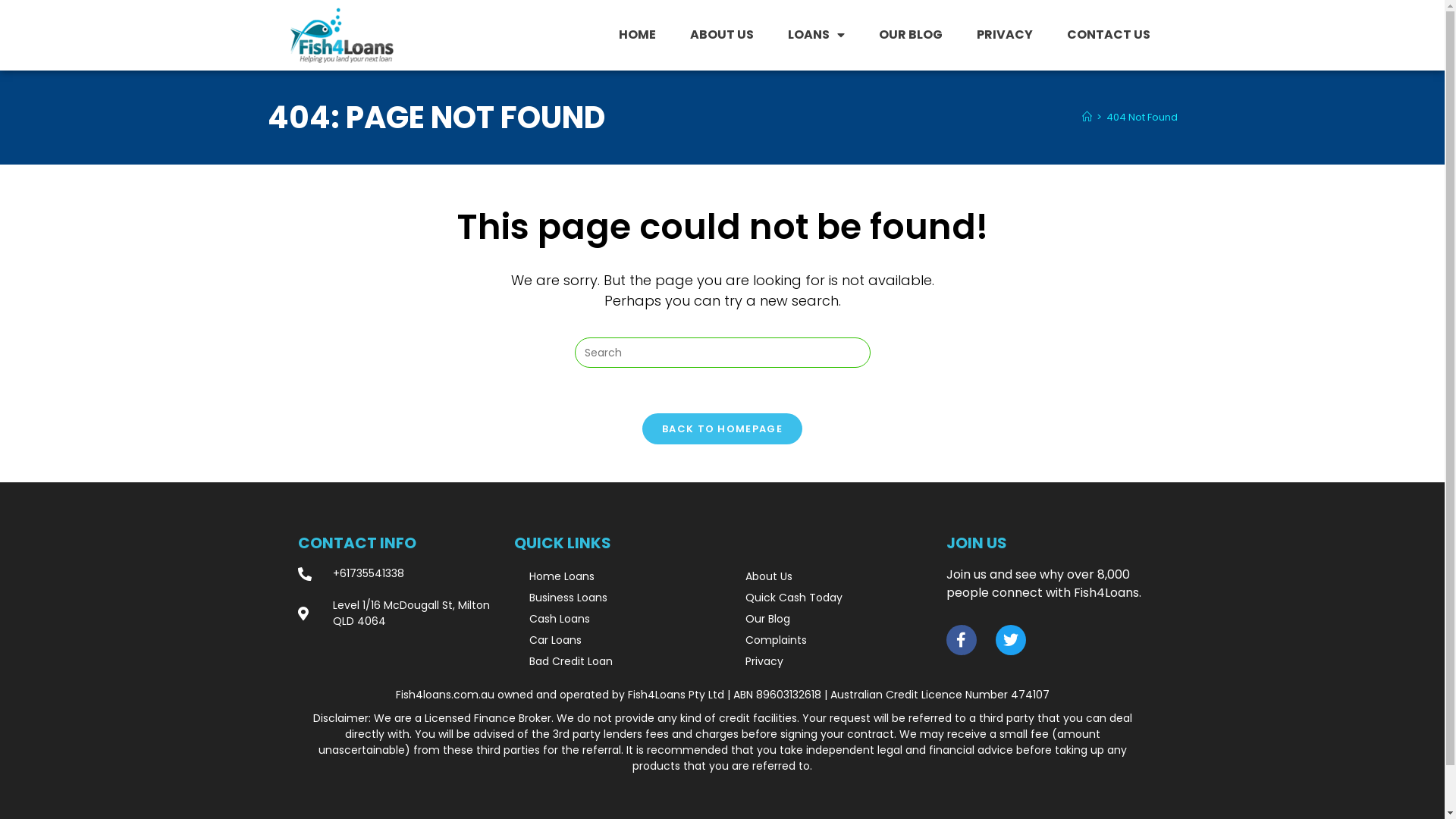  What do you see at coordinates (637, 34) in the screenshot?
I see `'HOME'` at bounding box center [637, 34].